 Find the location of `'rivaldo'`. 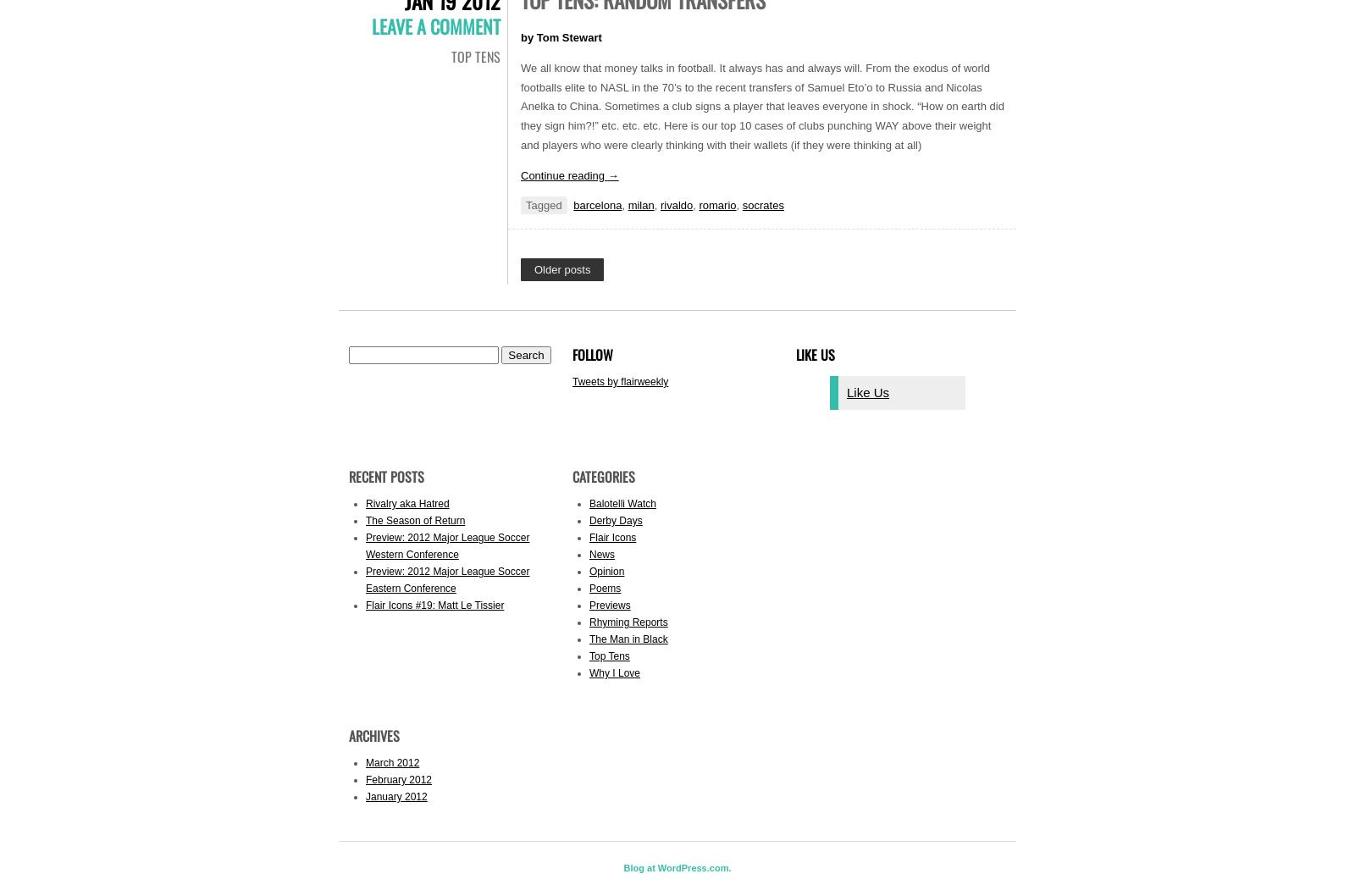

'rivaldo' is located at coordinates (676, 205).